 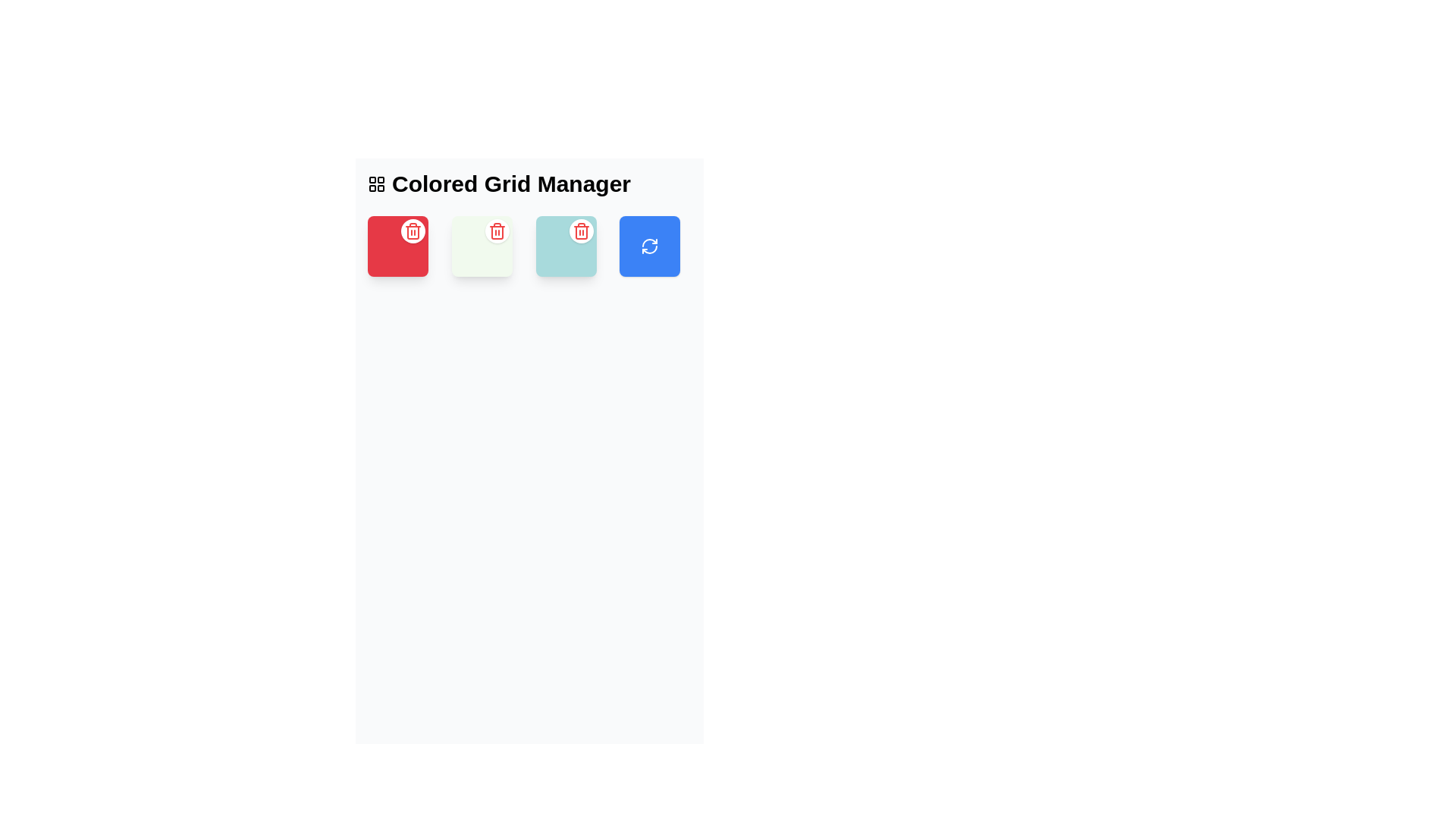 What do you see at coordinates (650, 245) in the screenshot?
I see `the refresh icon located at the center of the blue square tile, which is the fourth tile in the horizontal row under the 'Colored Grid Manager' heading` at bounding box center [650, 245].